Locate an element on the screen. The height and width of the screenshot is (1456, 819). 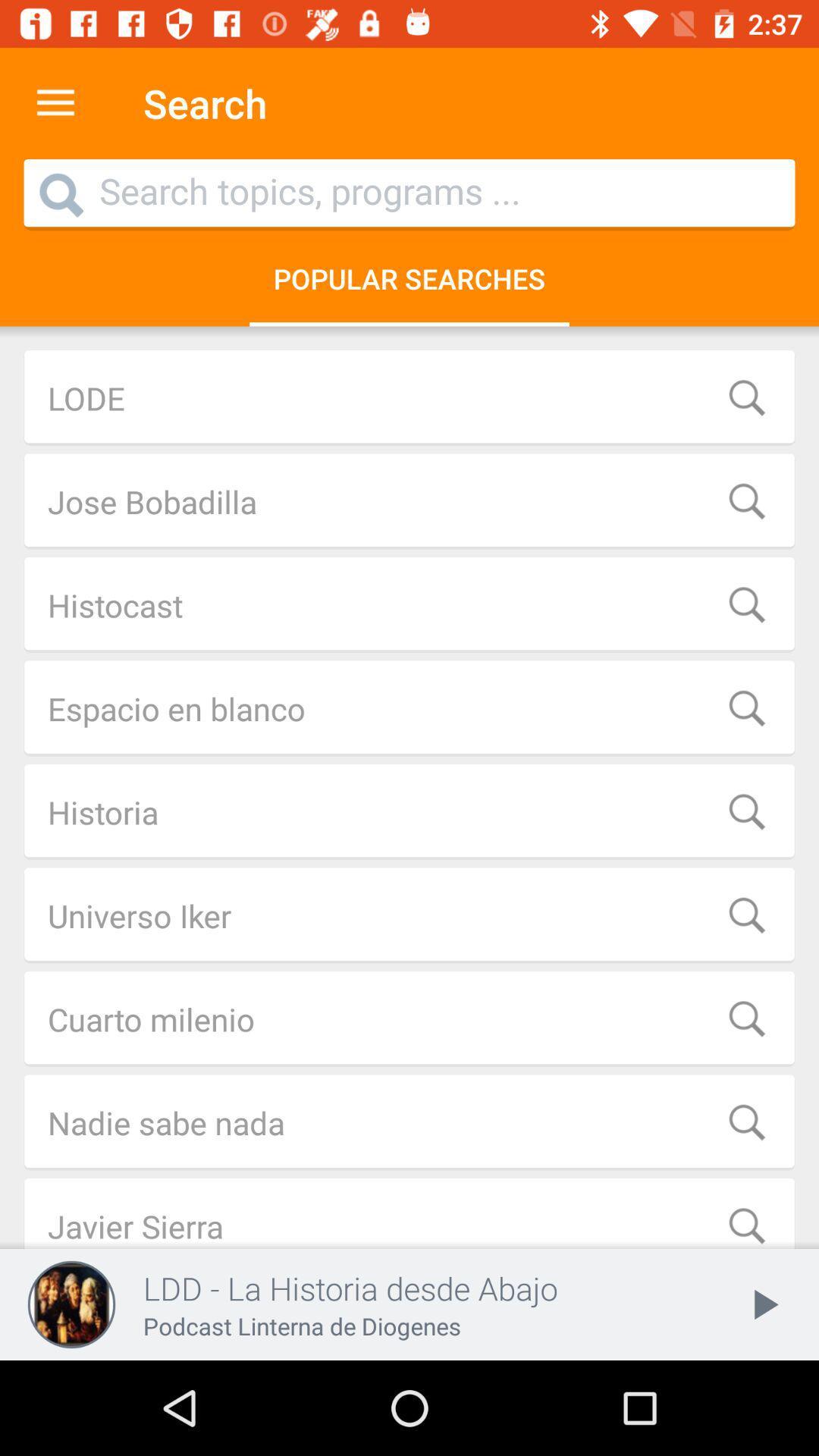
the espacio en blanco item is located at coordinates (409, 708).